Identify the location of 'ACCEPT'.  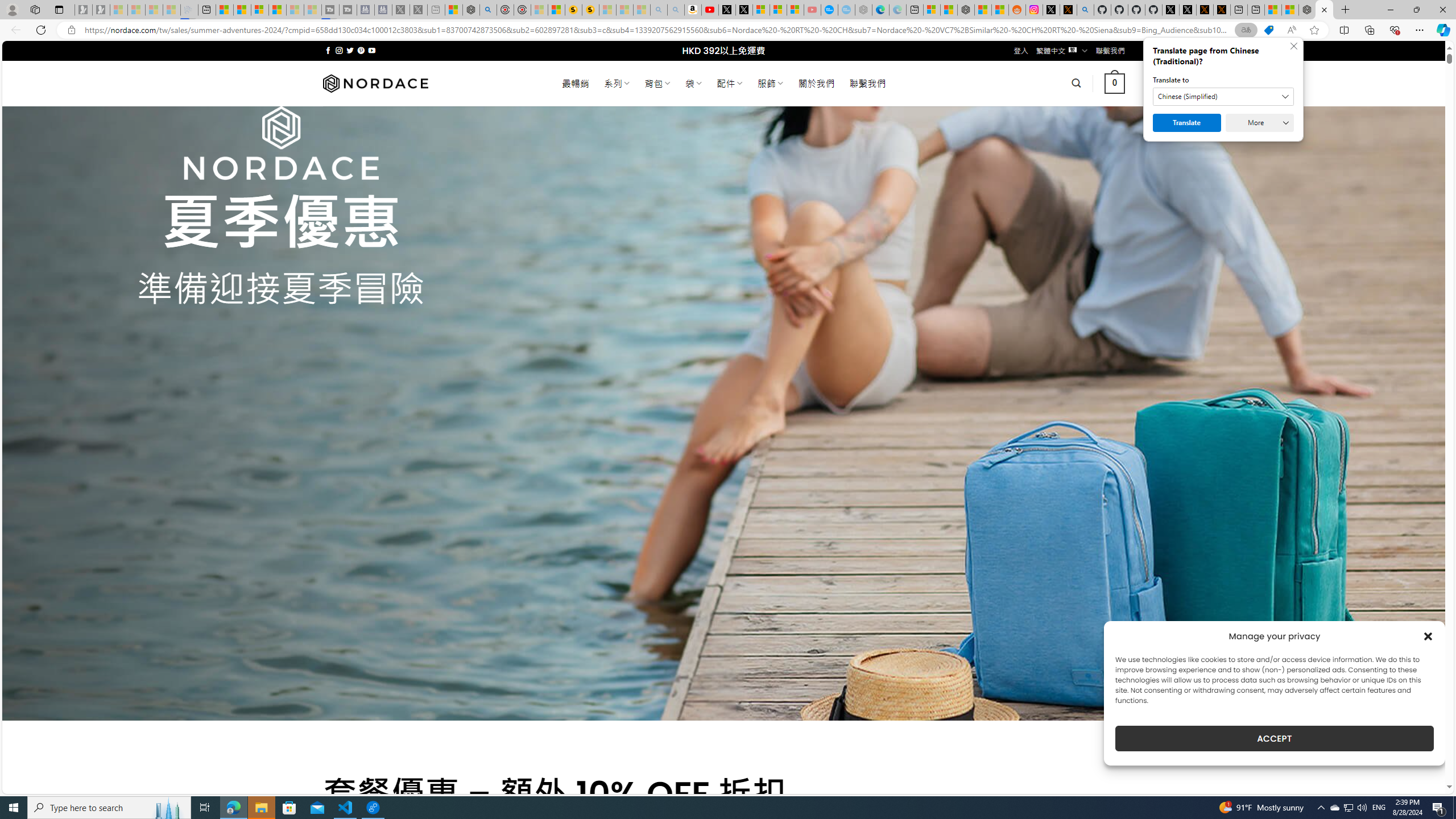
(1275, 738).